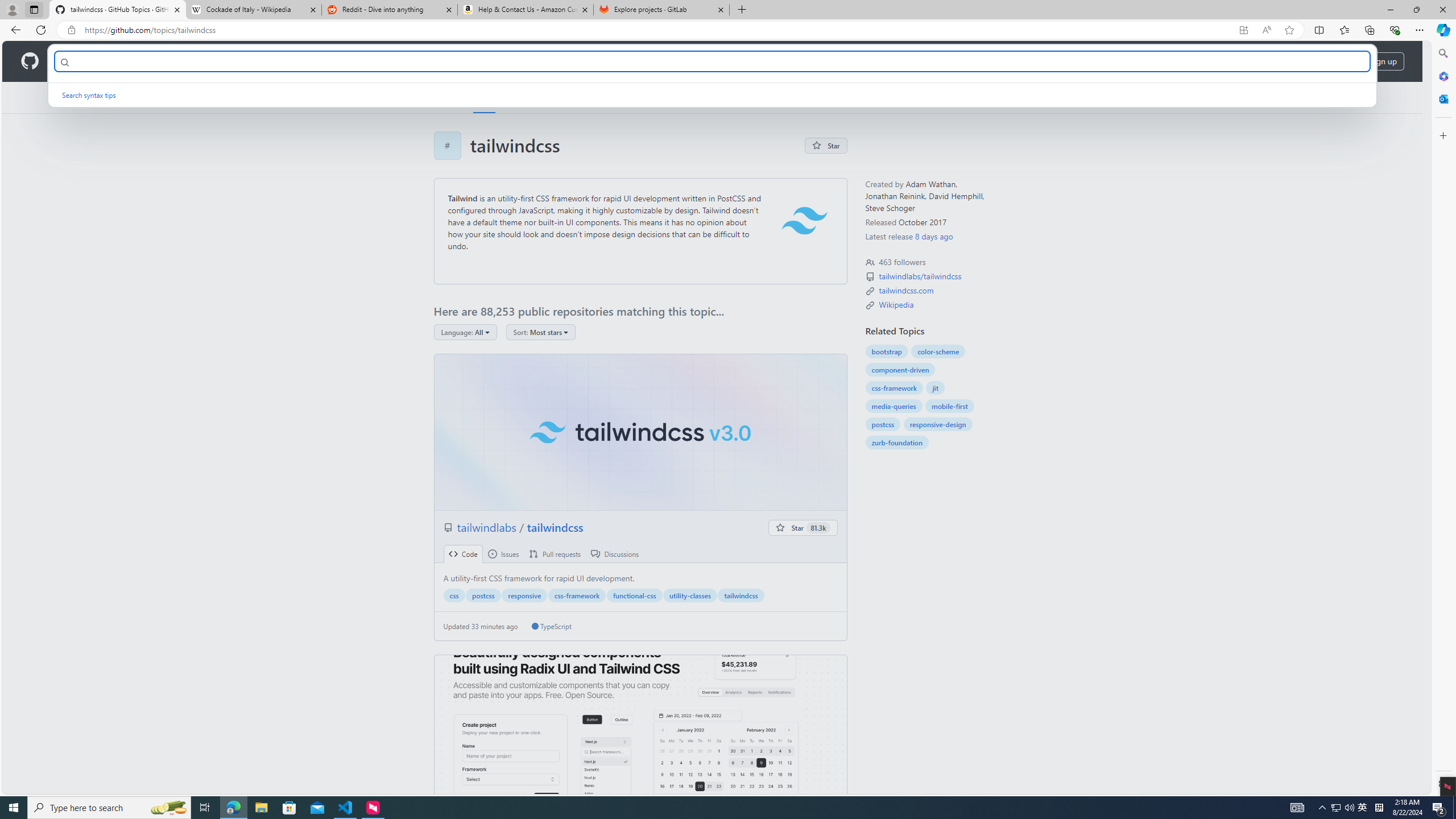 The image size is (1456, 819). What do you see at coordinates (555, 553) in the screenshot?
I see `' Pull requests'` at bounding box center [555, 553].